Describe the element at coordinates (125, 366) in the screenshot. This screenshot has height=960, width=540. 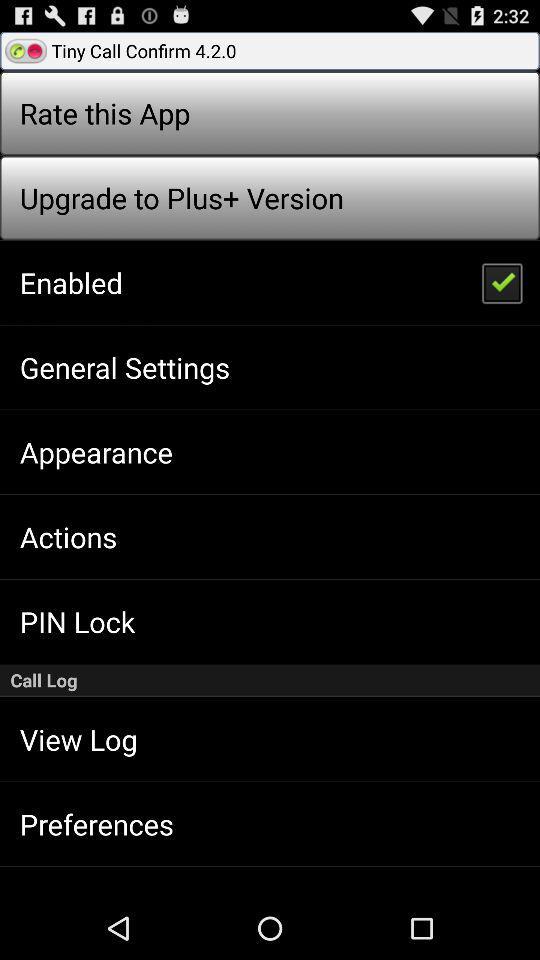
I see `the app above the appearance icon` at that location.